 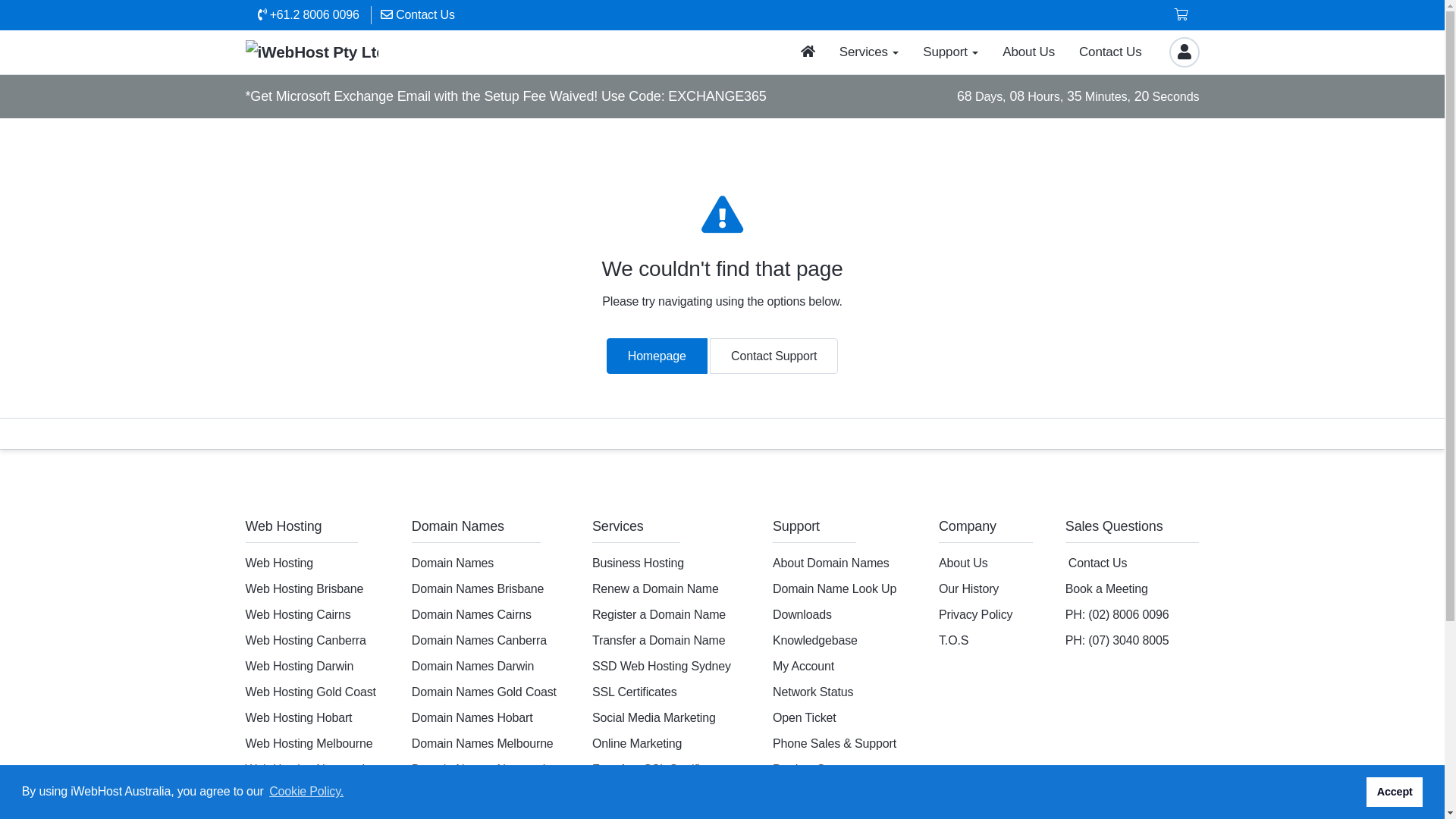 What do you see at coordinates (451, 563) in the screenshot?
I see `'Domain Names'` at bounding box center [451, 563].